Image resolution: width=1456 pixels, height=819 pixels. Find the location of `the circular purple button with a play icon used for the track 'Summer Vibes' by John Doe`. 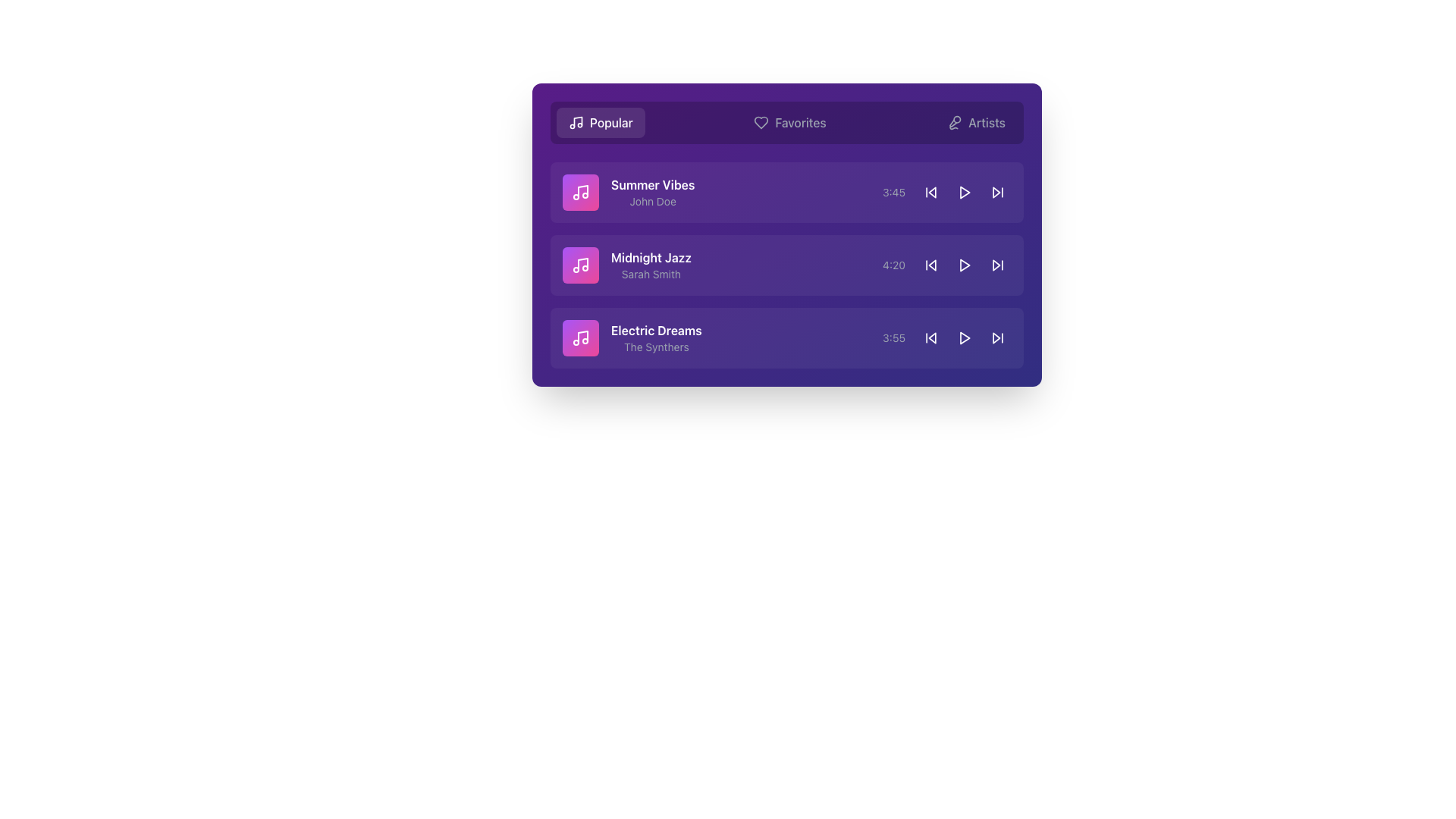

the circular purple button with a play icon used for the track 'Summer Vibes' by John Doe is located at coordinates (964, 192).